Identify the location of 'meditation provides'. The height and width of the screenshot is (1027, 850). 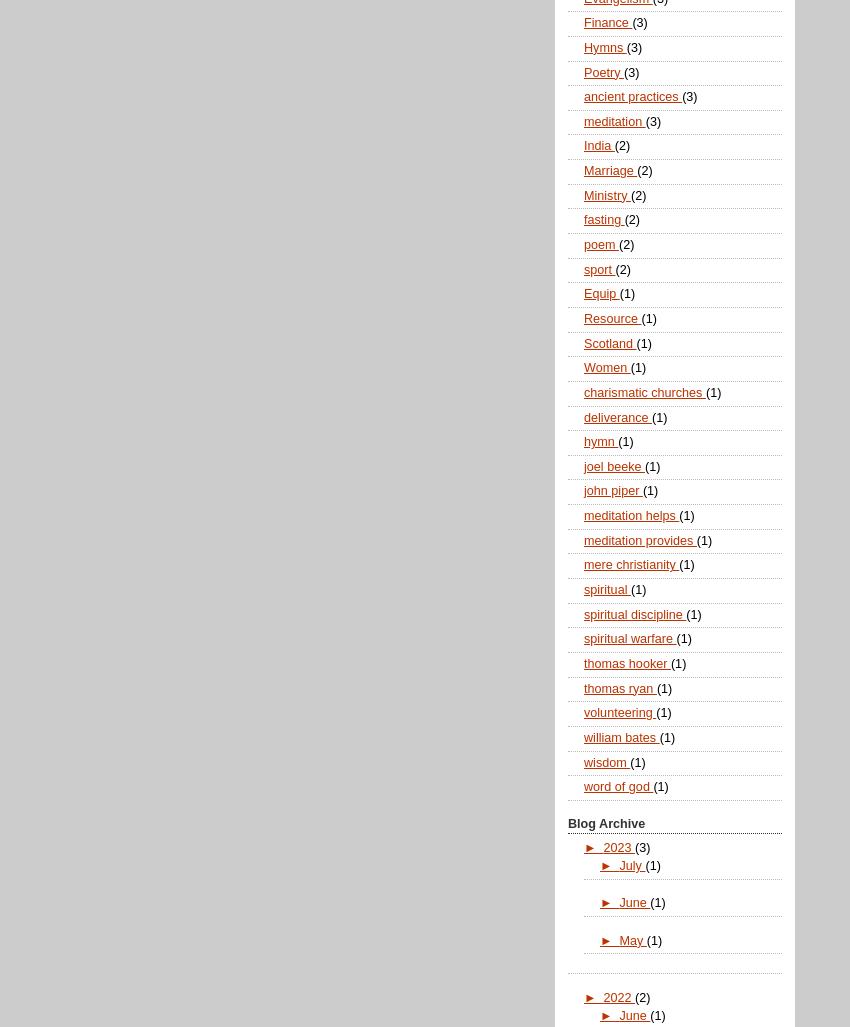
(639, 538).